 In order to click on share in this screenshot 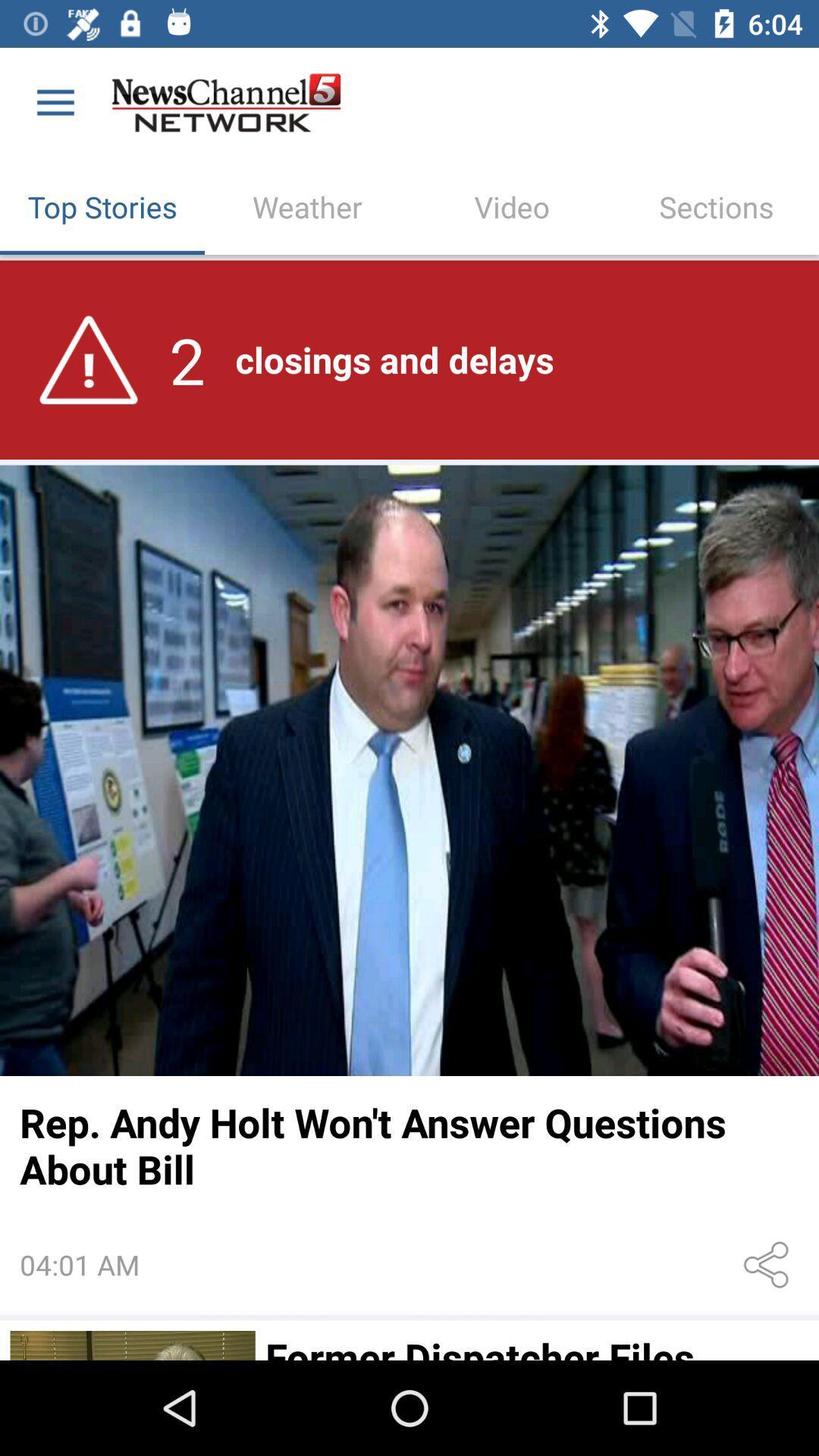, I will do `click(769, 1265)`.